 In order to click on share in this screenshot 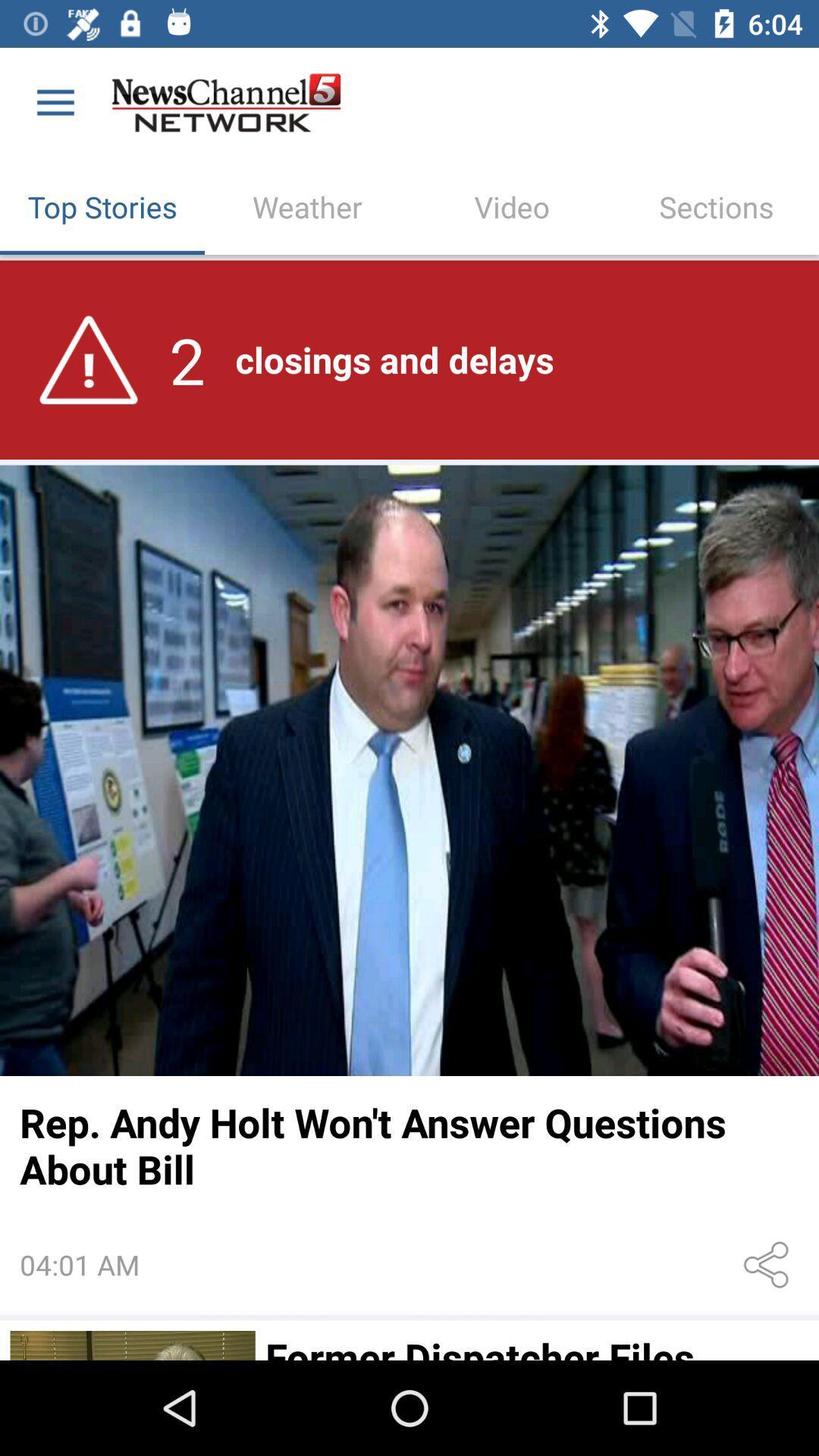, I will do `click(769, 1265)`.